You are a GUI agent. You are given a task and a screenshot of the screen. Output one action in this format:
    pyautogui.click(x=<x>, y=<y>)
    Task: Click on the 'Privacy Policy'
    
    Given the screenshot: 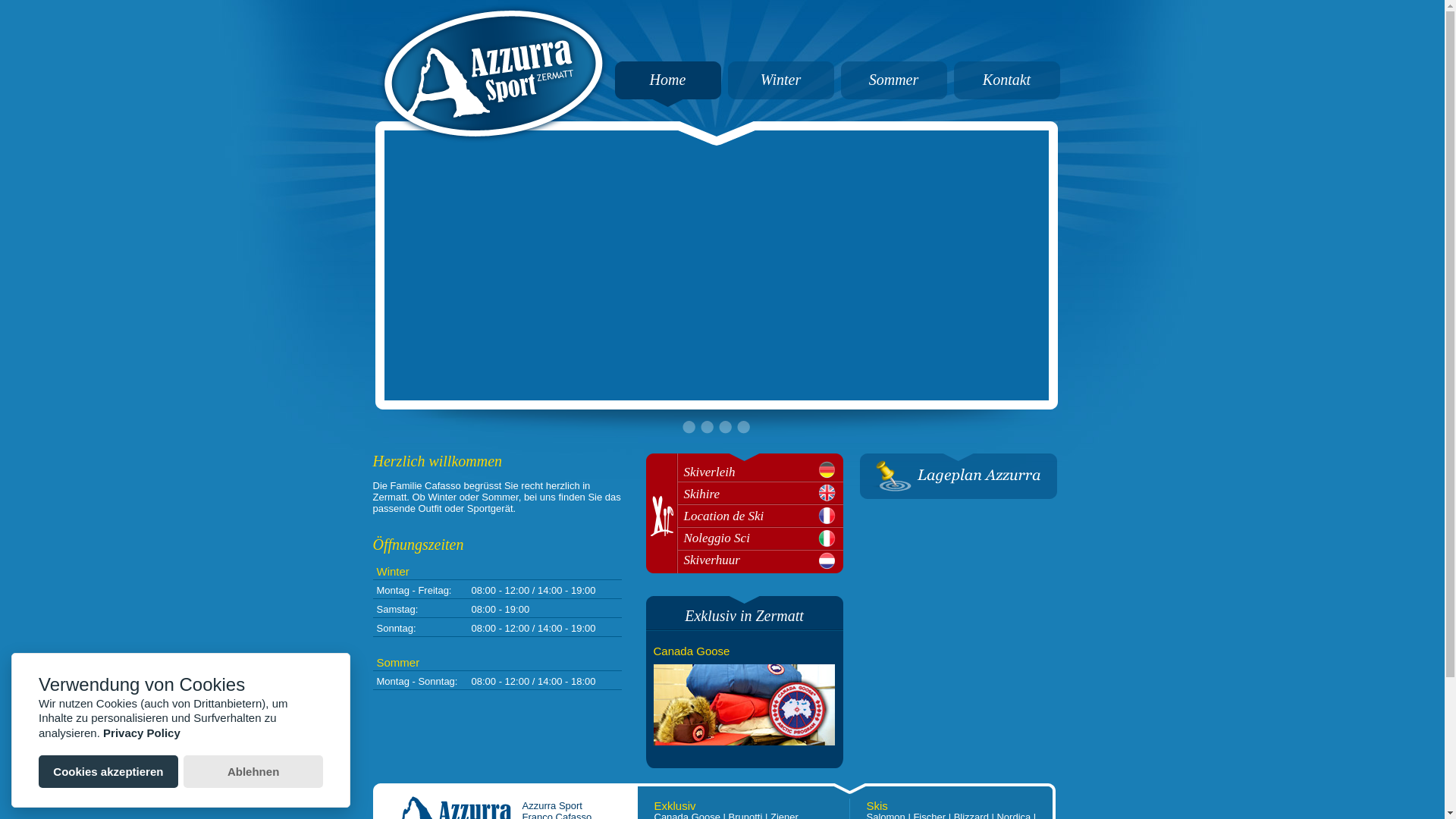 What is the action you would take?
    pyautogui.click(x=142, y=732)
    